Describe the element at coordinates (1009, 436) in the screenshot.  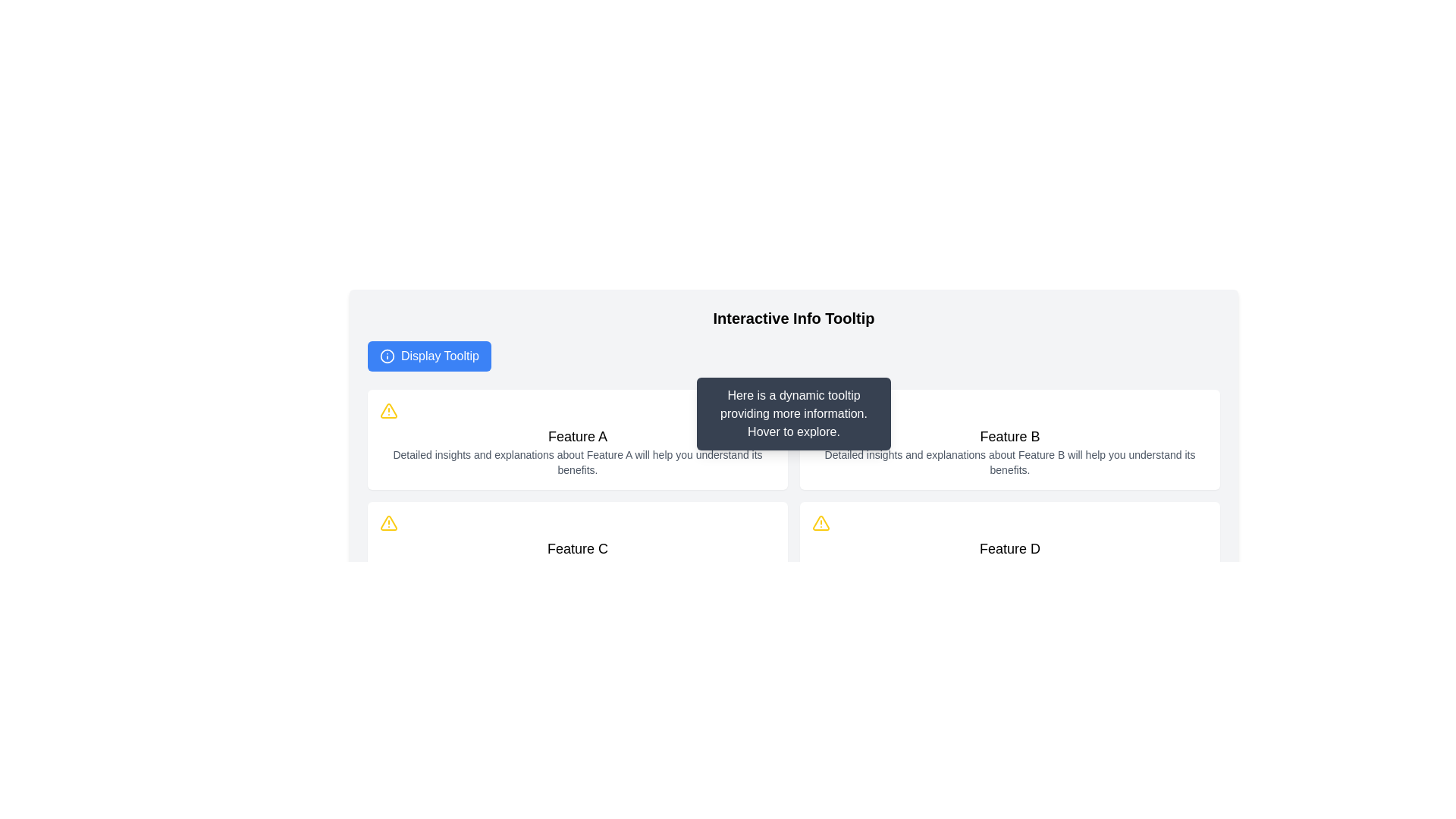
I see `the title text located at the top-center of its card in the second column of a four-column grid layout, which provides a label for its associated content` at that location.